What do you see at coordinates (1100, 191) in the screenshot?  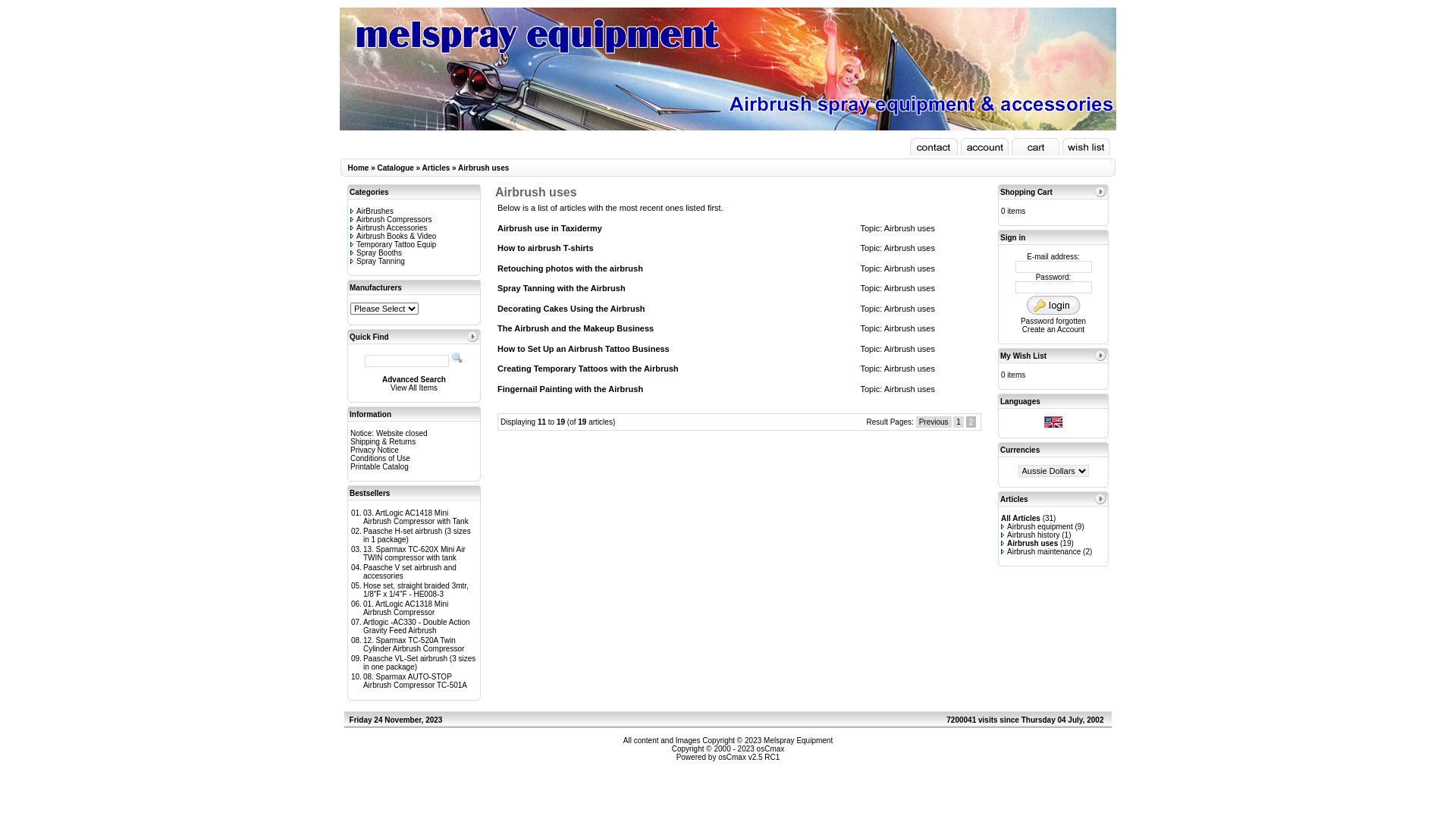 I see `'more'` at bounding box center [1100, 191].